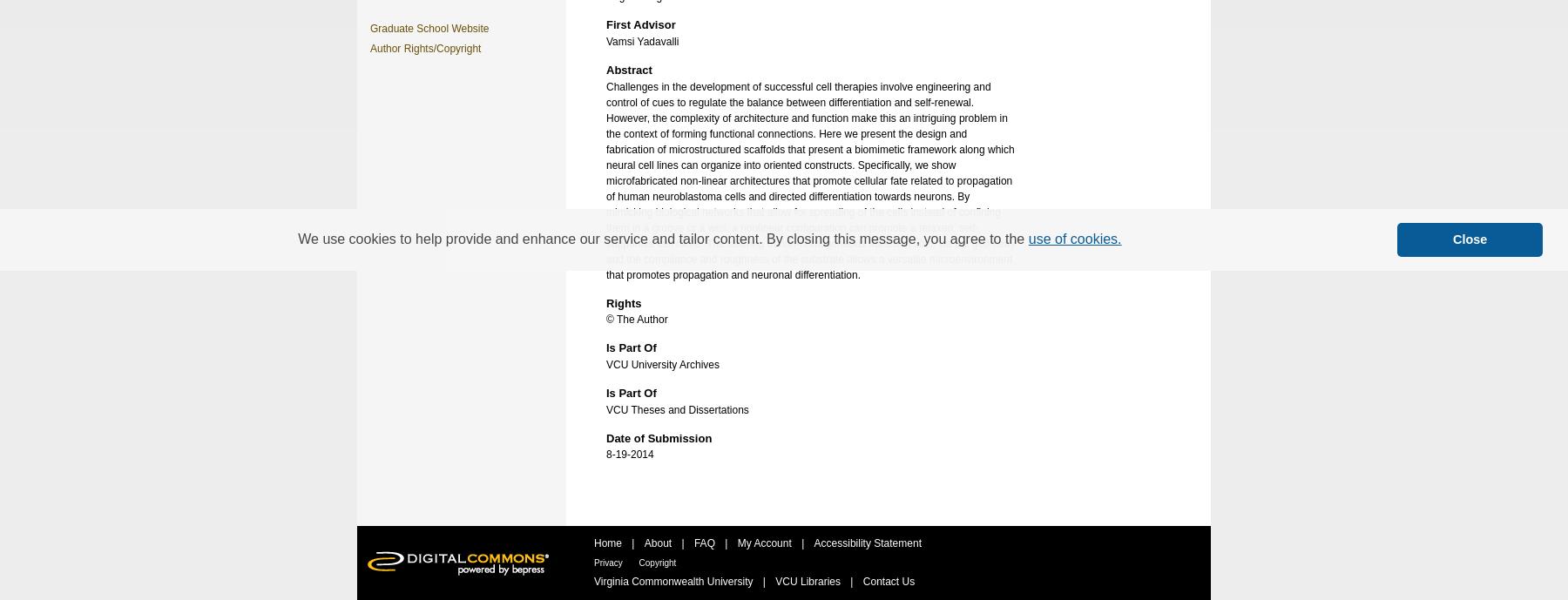 The width and height of the screenshot is (1568, 600). Describe the element at coordinates (866, 543) in the screenshot. I see `'Accessibility Statement'` at that location.